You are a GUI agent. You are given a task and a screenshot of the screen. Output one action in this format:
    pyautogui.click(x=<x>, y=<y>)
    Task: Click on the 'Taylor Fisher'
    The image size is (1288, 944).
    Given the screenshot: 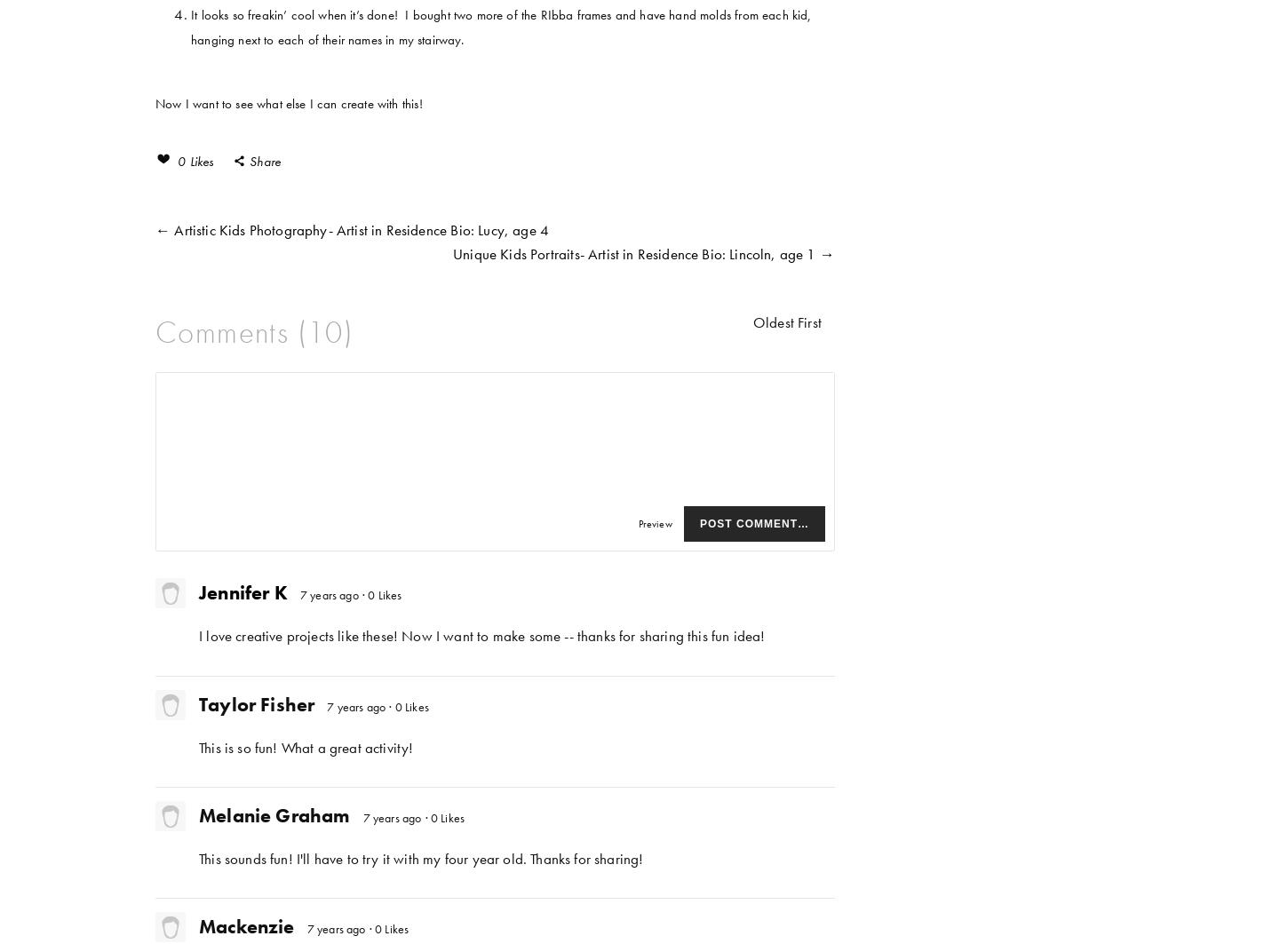 What is the action you would take?
    pyautogui.click(x=256, y=702)
    